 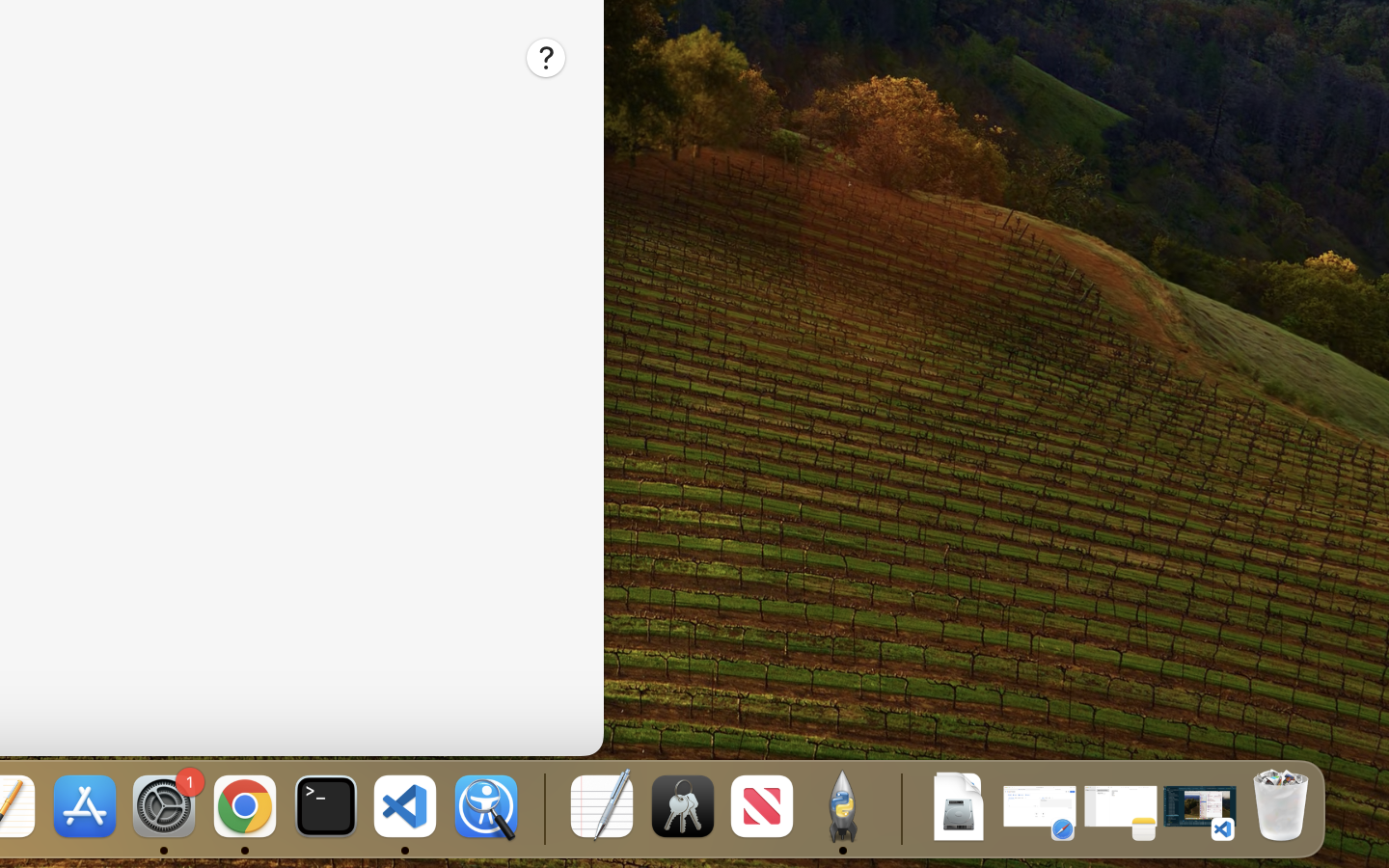 What do you see at coordinates (542, 807) in the screenshot?
I see `'0.4285714328289032'` at bounding box center [542, 807].